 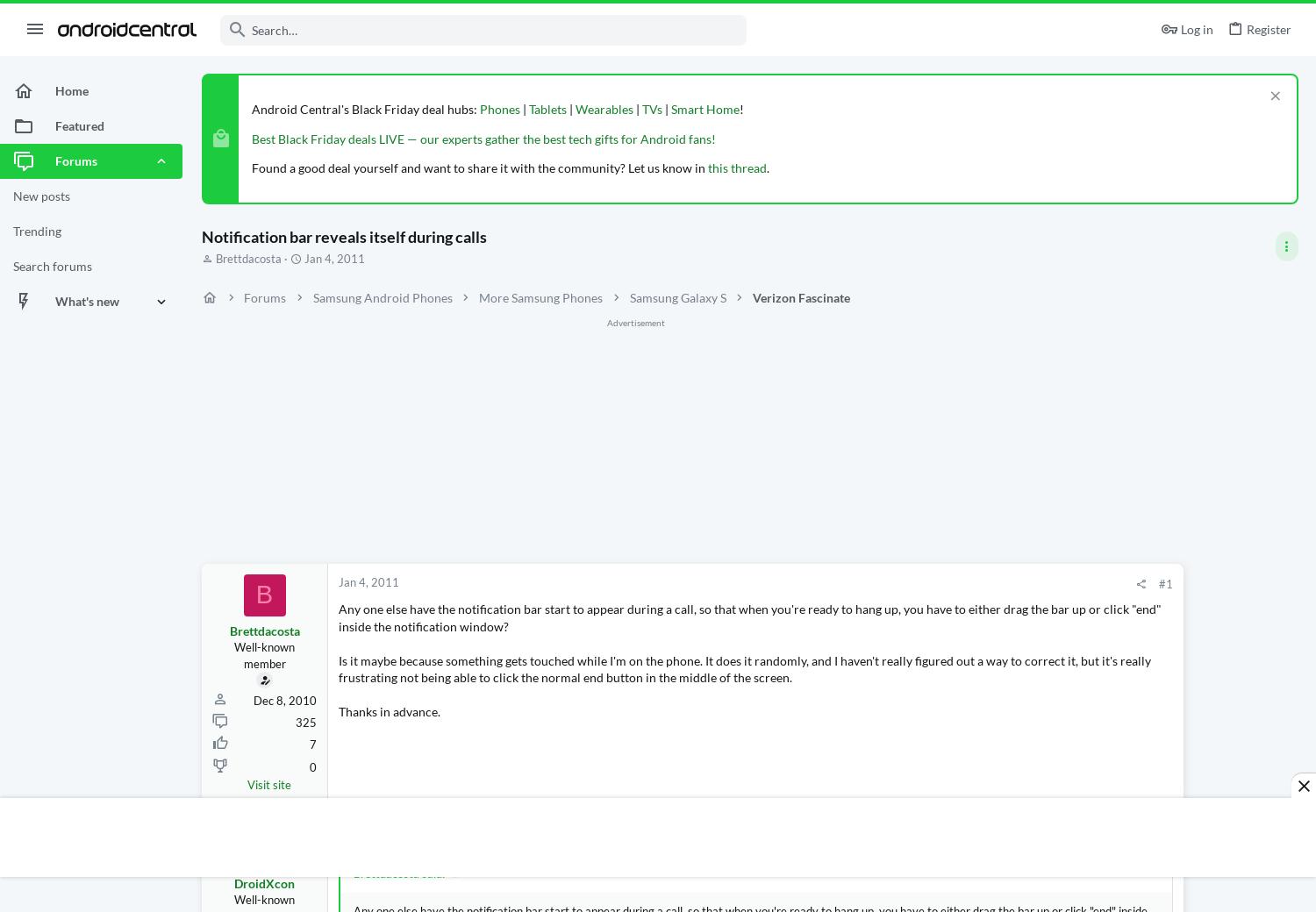 I want to click on 'Phones', so click(x=499, y=108).